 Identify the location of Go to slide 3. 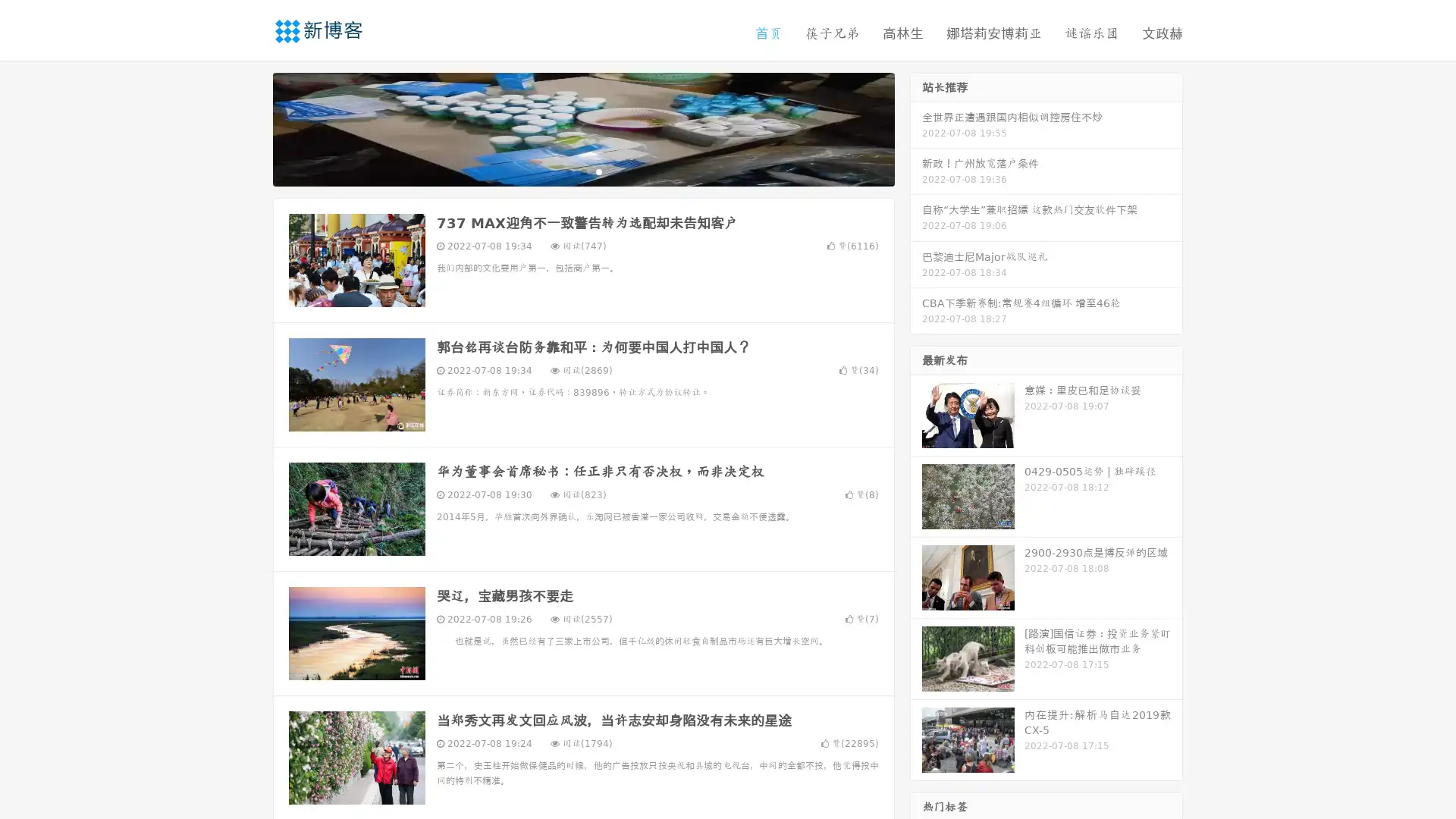
(598, 171).